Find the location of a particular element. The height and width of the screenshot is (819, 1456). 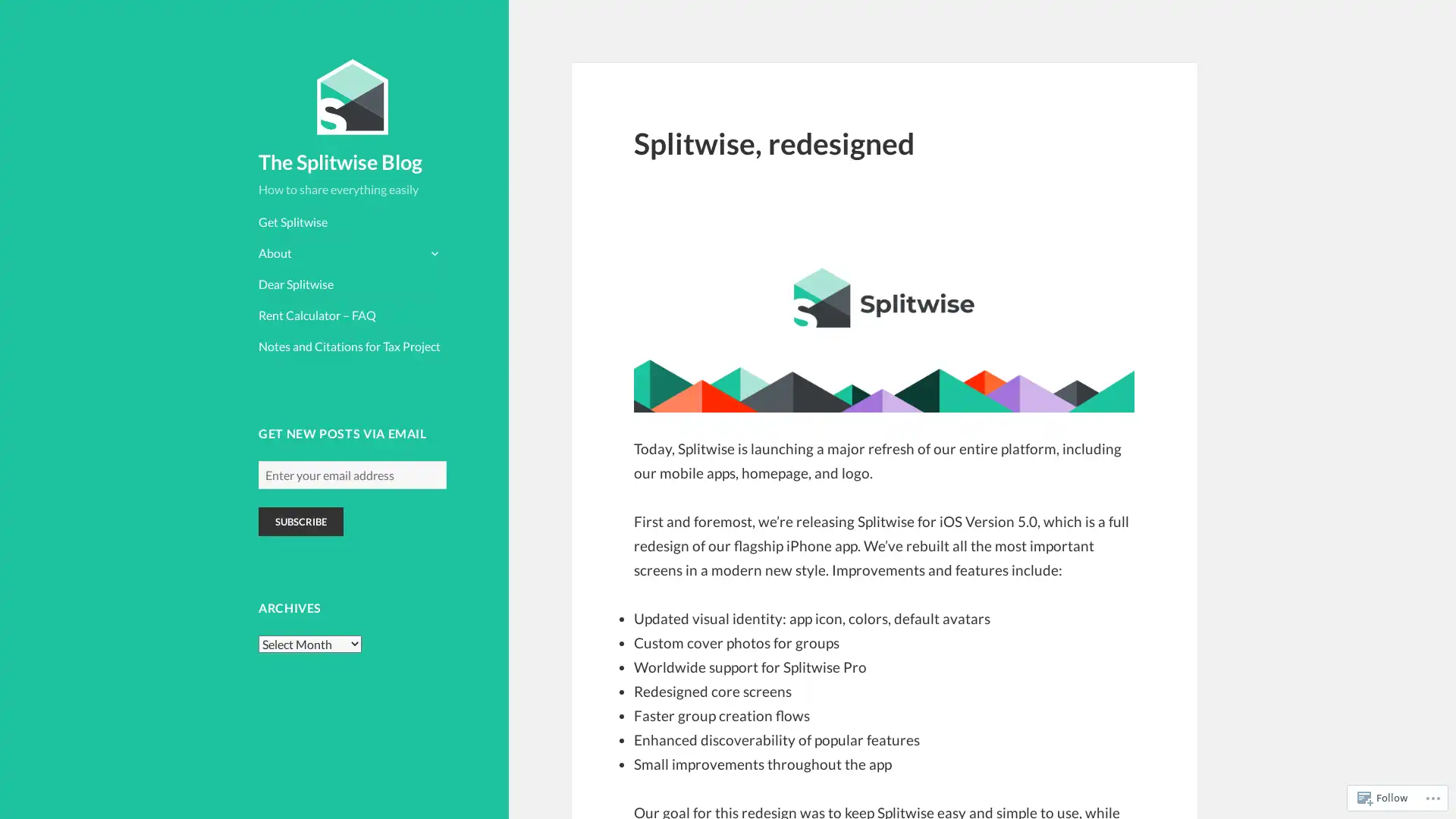

SUBSCRIBE is located at coordinates (301, 520).